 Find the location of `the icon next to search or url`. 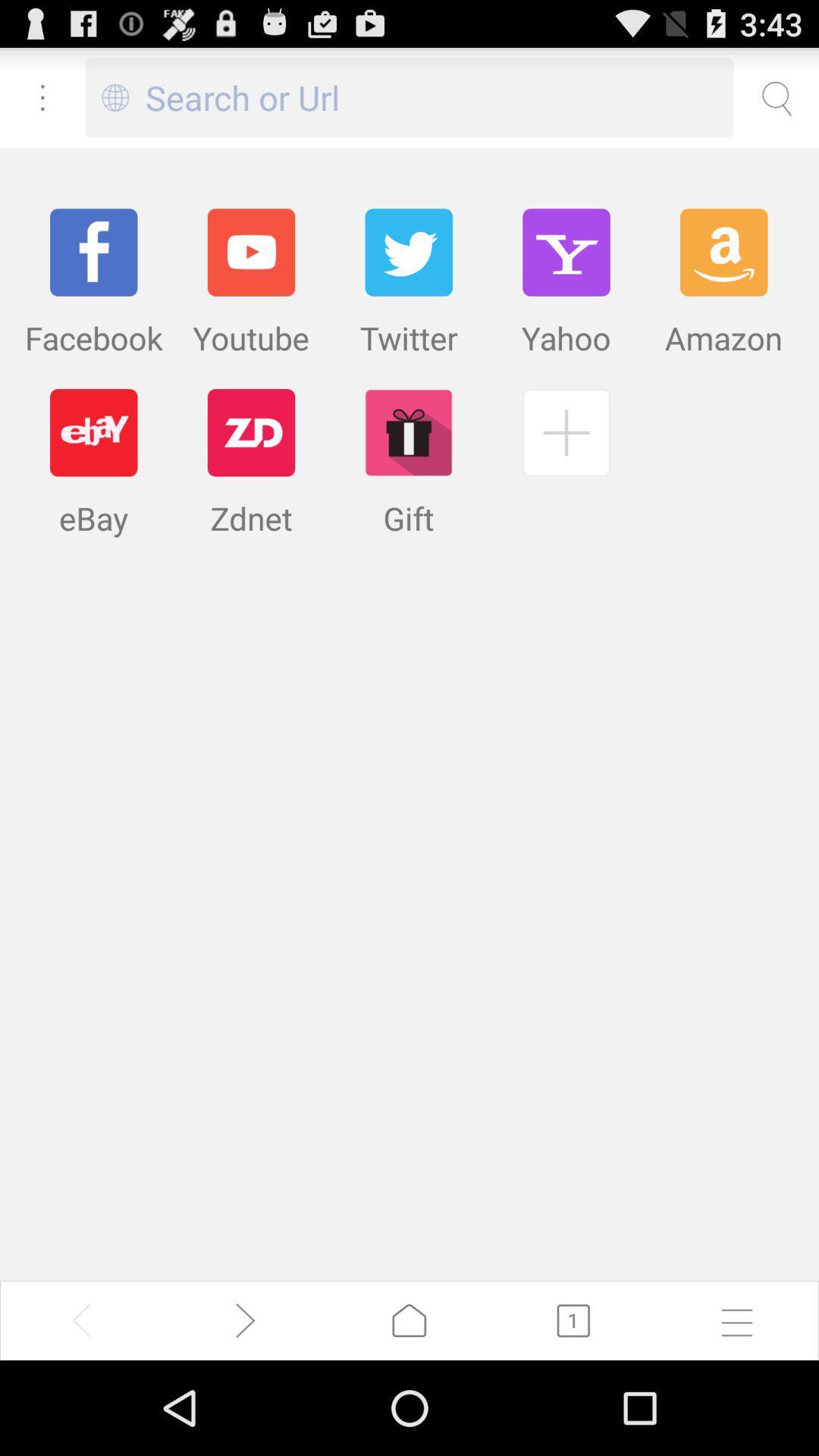

the icon next to search or url is located at coordinates (115, 97).